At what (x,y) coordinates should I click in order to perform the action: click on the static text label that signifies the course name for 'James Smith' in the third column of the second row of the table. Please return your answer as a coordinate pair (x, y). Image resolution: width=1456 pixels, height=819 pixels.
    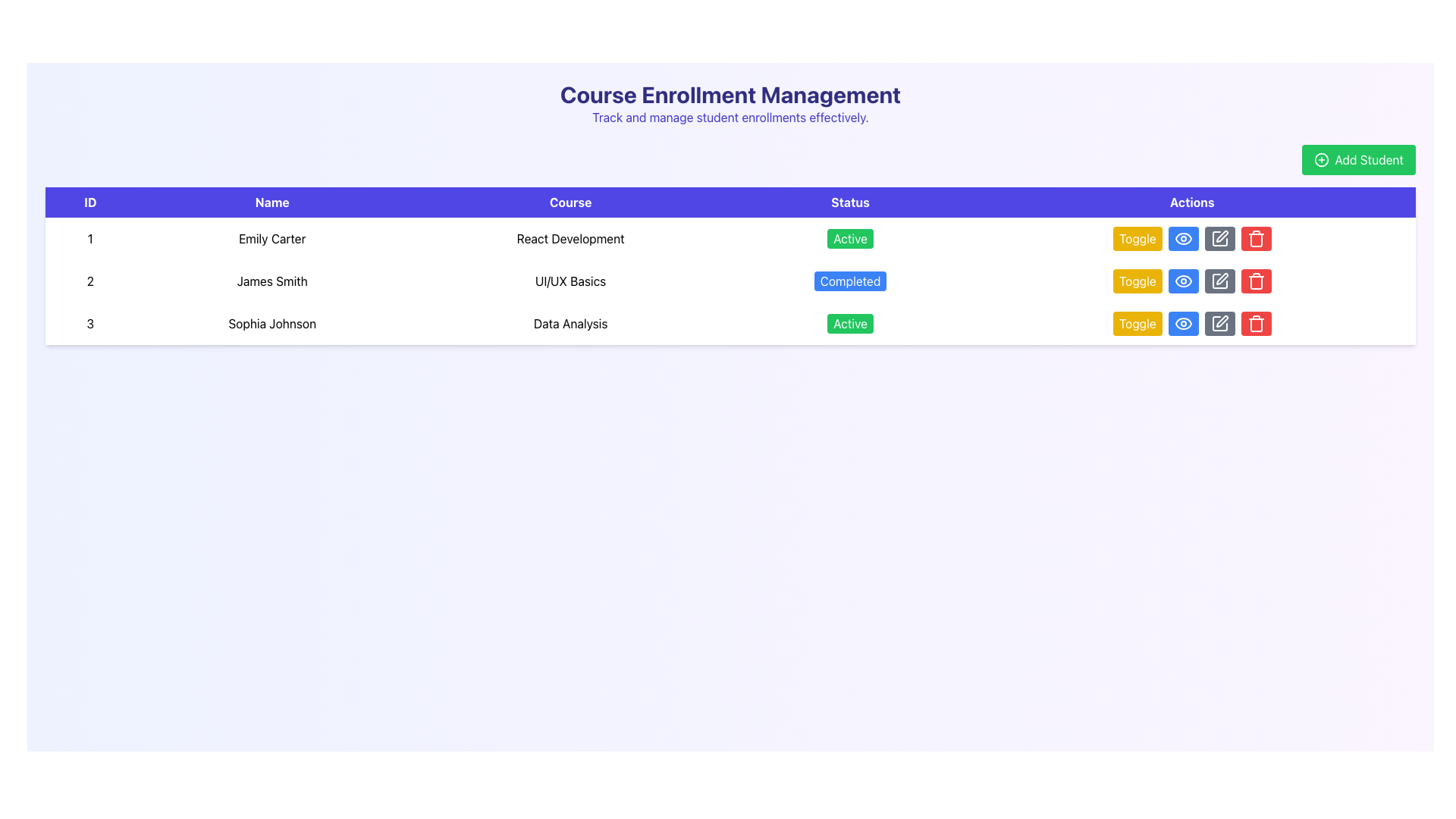
    Looking at the image, I should click on (570, 281).